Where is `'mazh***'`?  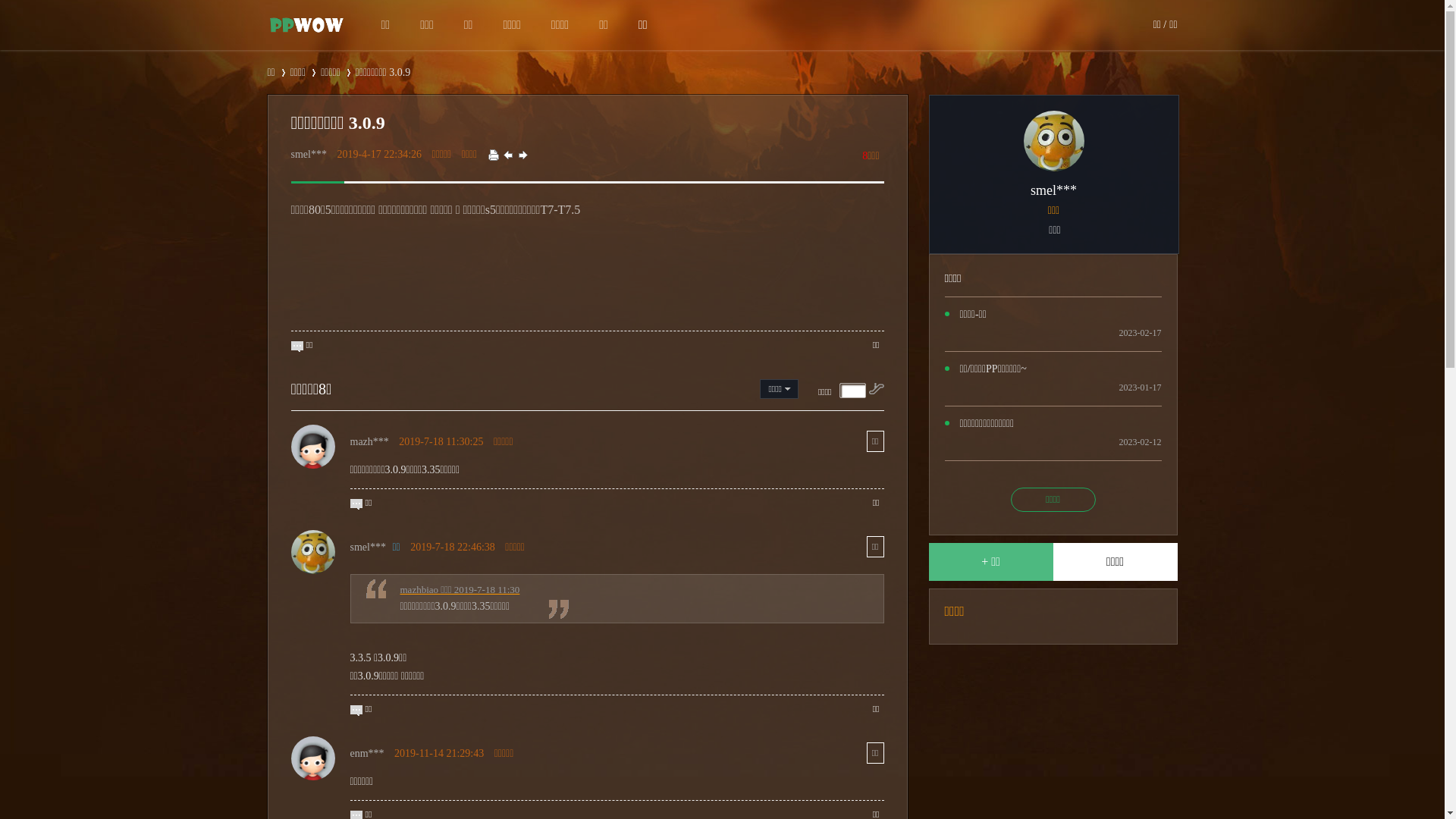 'mazh***' is located at coordinates (369, 441).